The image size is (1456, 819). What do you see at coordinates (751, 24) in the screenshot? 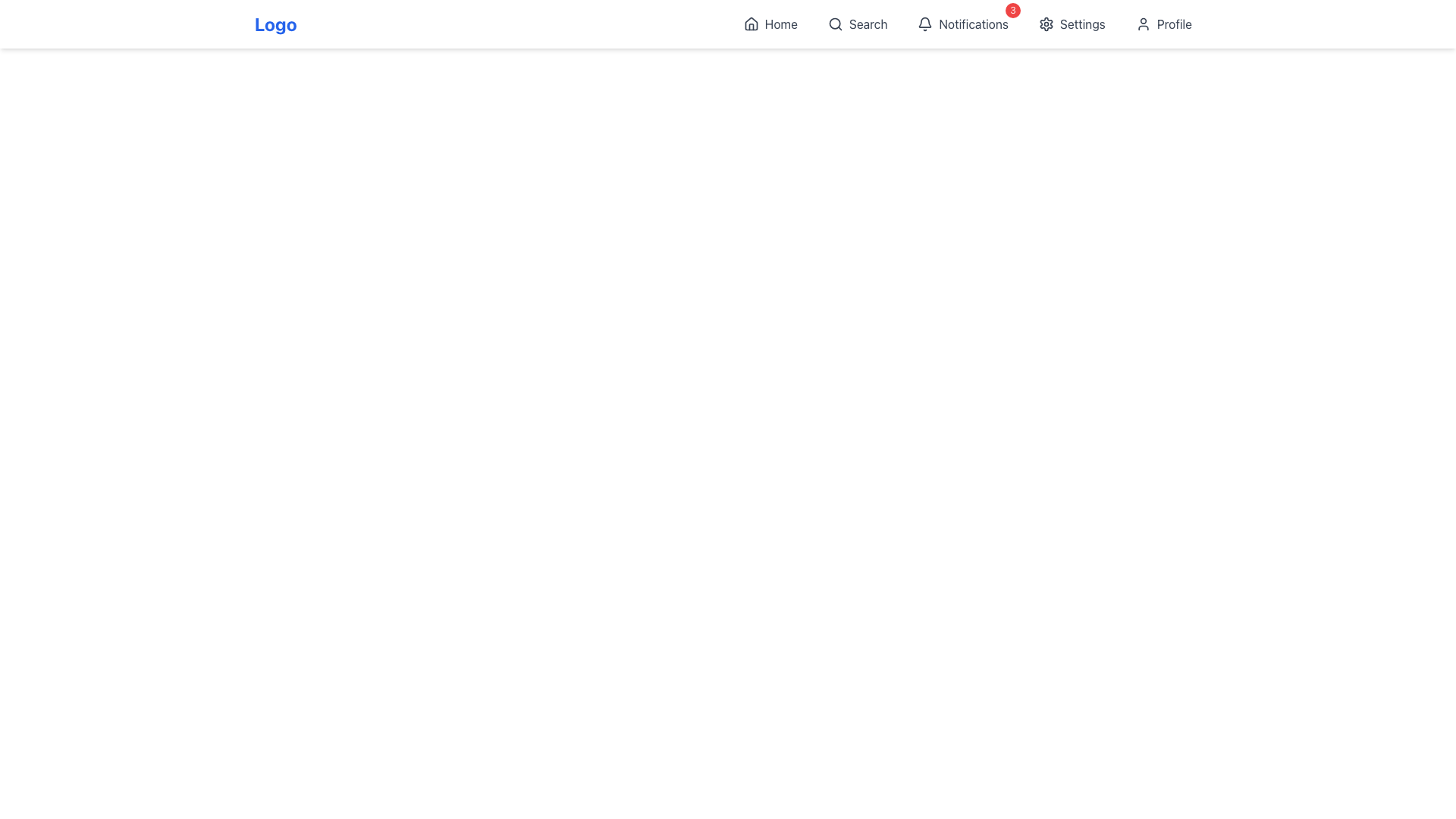
I see `the Home button icon located at the leftmost side of the navigation bar, which serves` at bounding box center [751, 24].